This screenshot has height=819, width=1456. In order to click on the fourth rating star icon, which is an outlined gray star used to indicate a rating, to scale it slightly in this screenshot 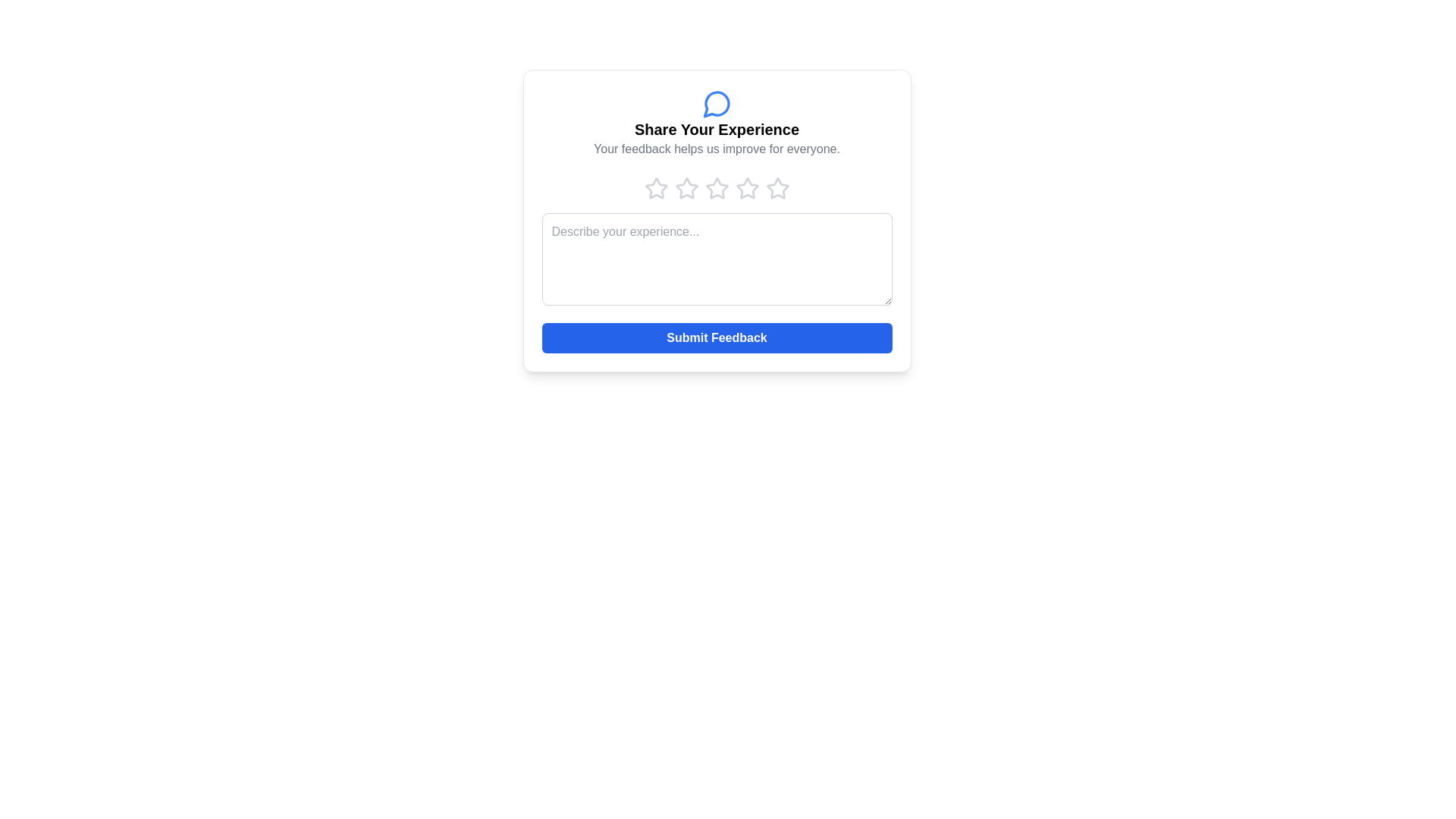, I will do `click(716, 188)`.